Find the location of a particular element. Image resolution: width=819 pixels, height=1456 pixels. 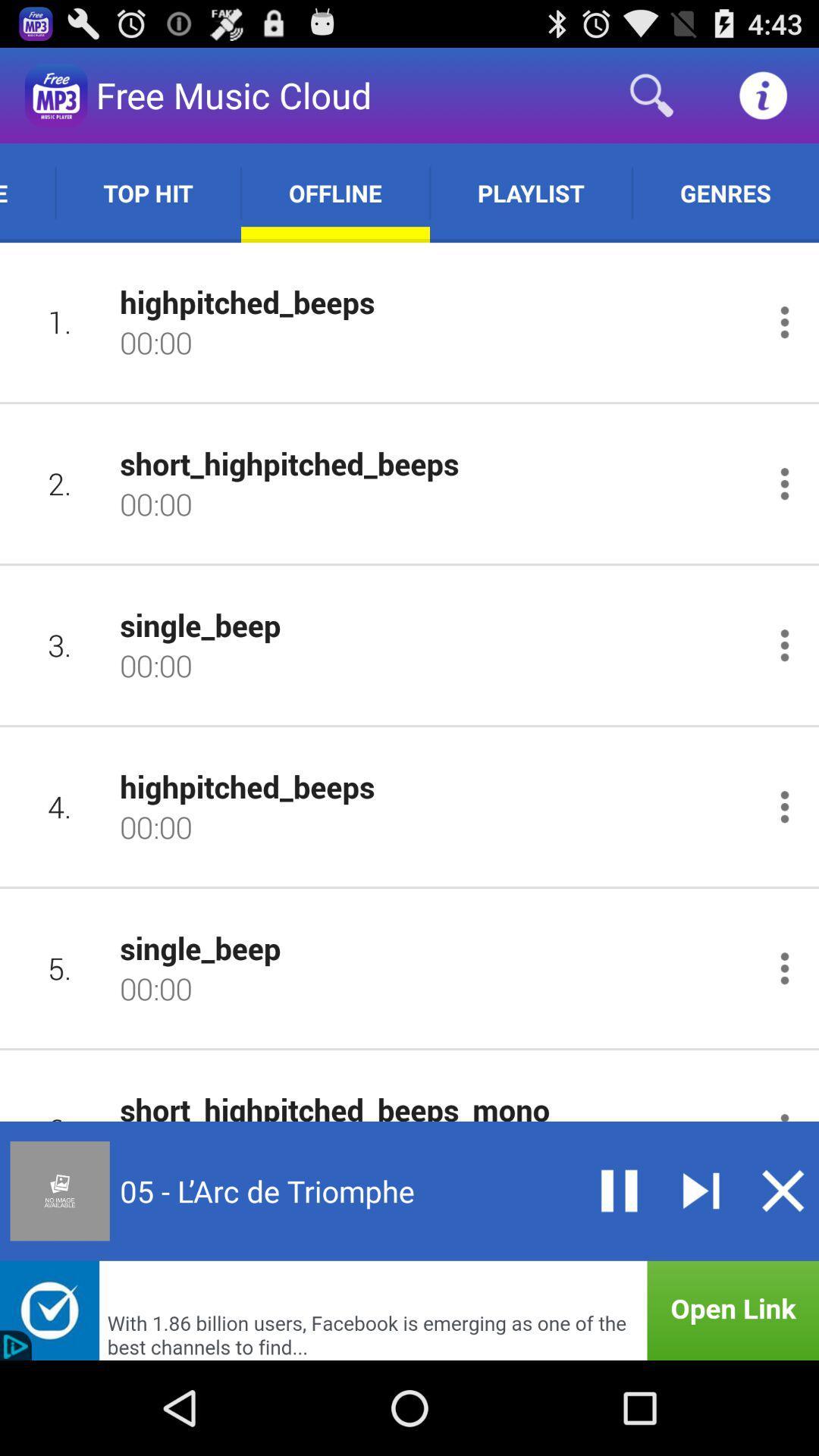

options songs menu button is located at coordinates (784, 322).